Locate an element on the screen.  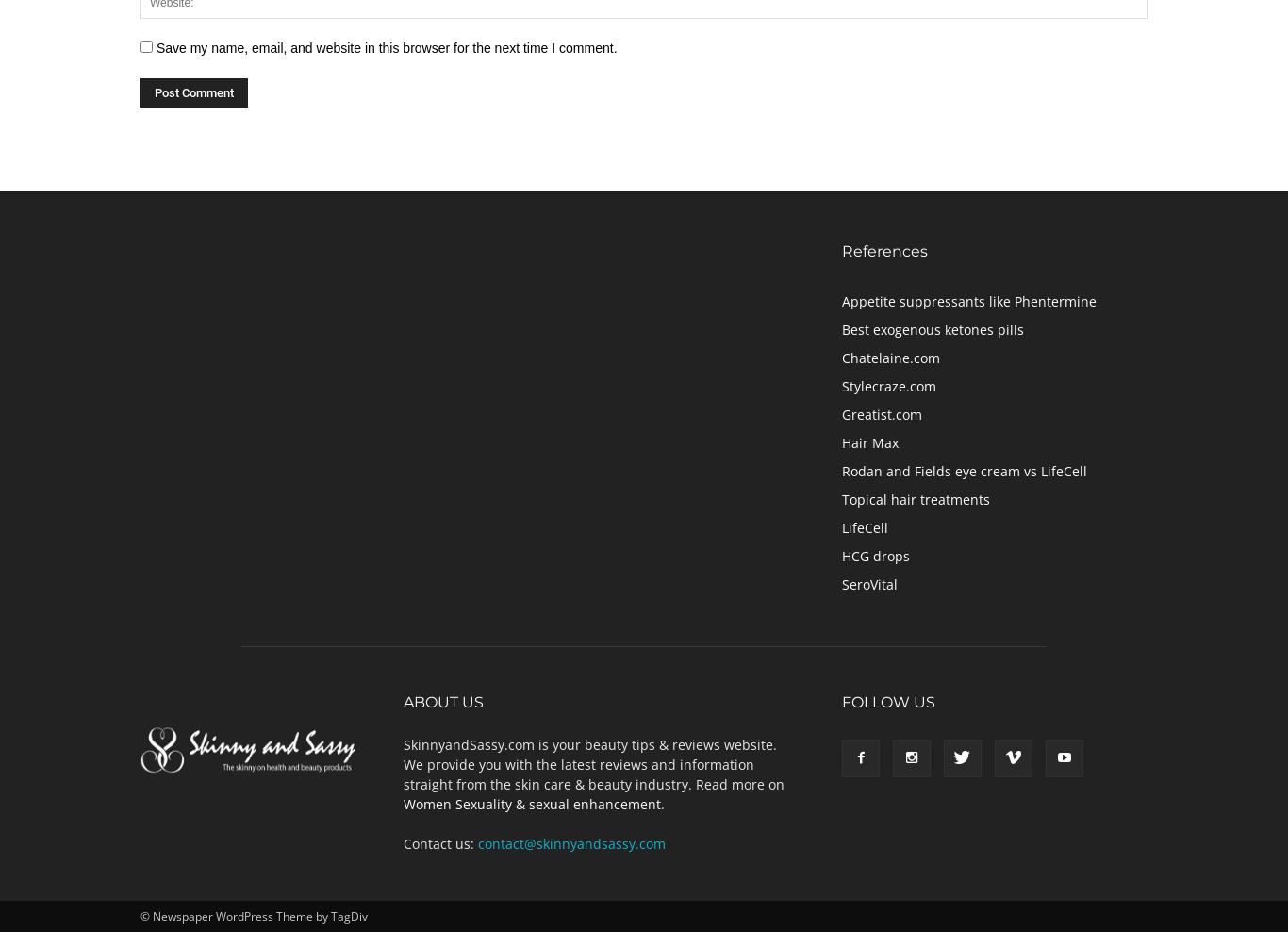
'SeroVital' is located at coordinates (869, 582).